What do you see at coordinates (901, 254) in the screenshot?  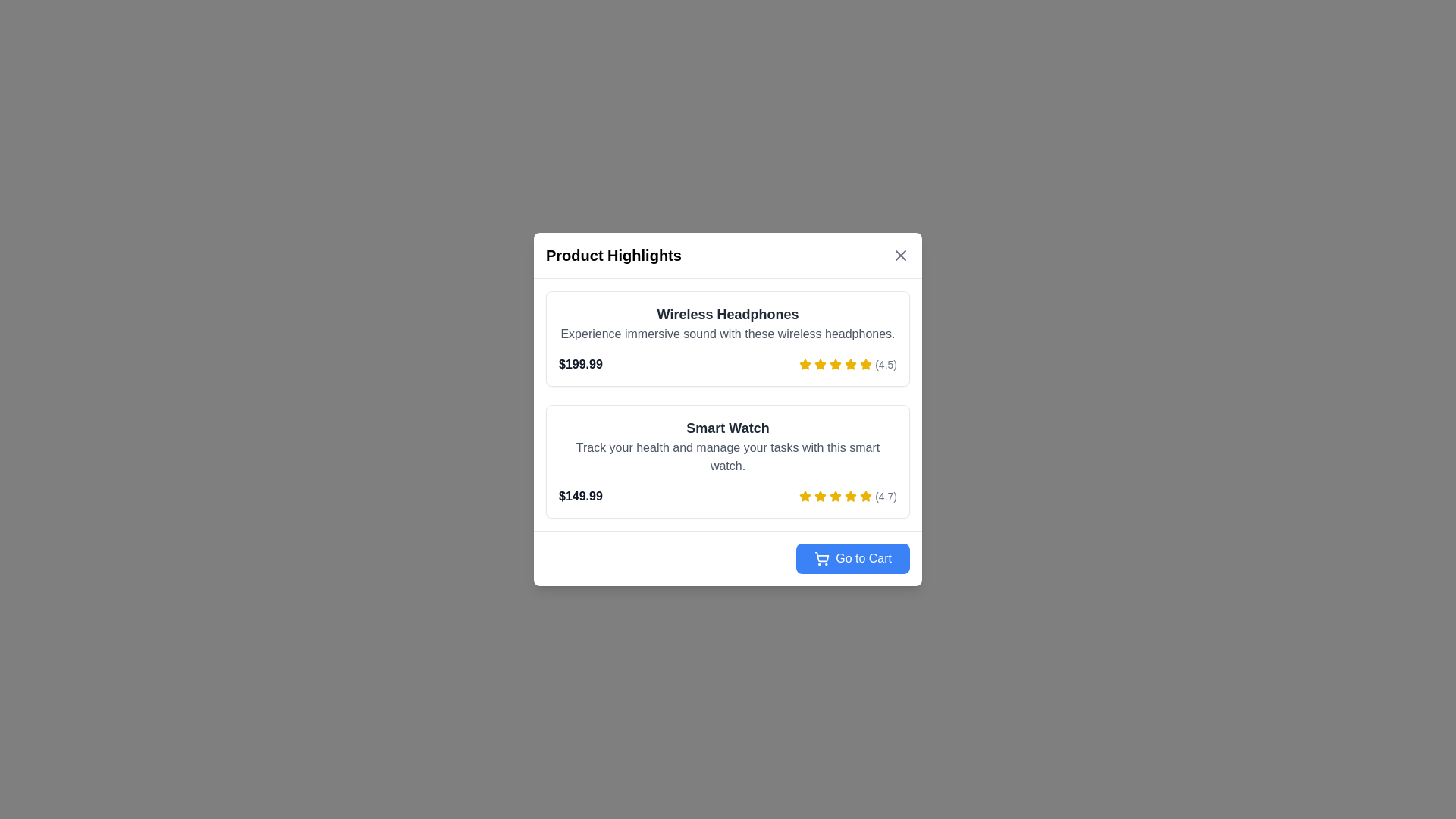 I see `the Close button represented by an 'X' icon in the top-right corner of the 'Product Highlights' section to trigger the color change from gray to red` at bounding box center [901, 254].